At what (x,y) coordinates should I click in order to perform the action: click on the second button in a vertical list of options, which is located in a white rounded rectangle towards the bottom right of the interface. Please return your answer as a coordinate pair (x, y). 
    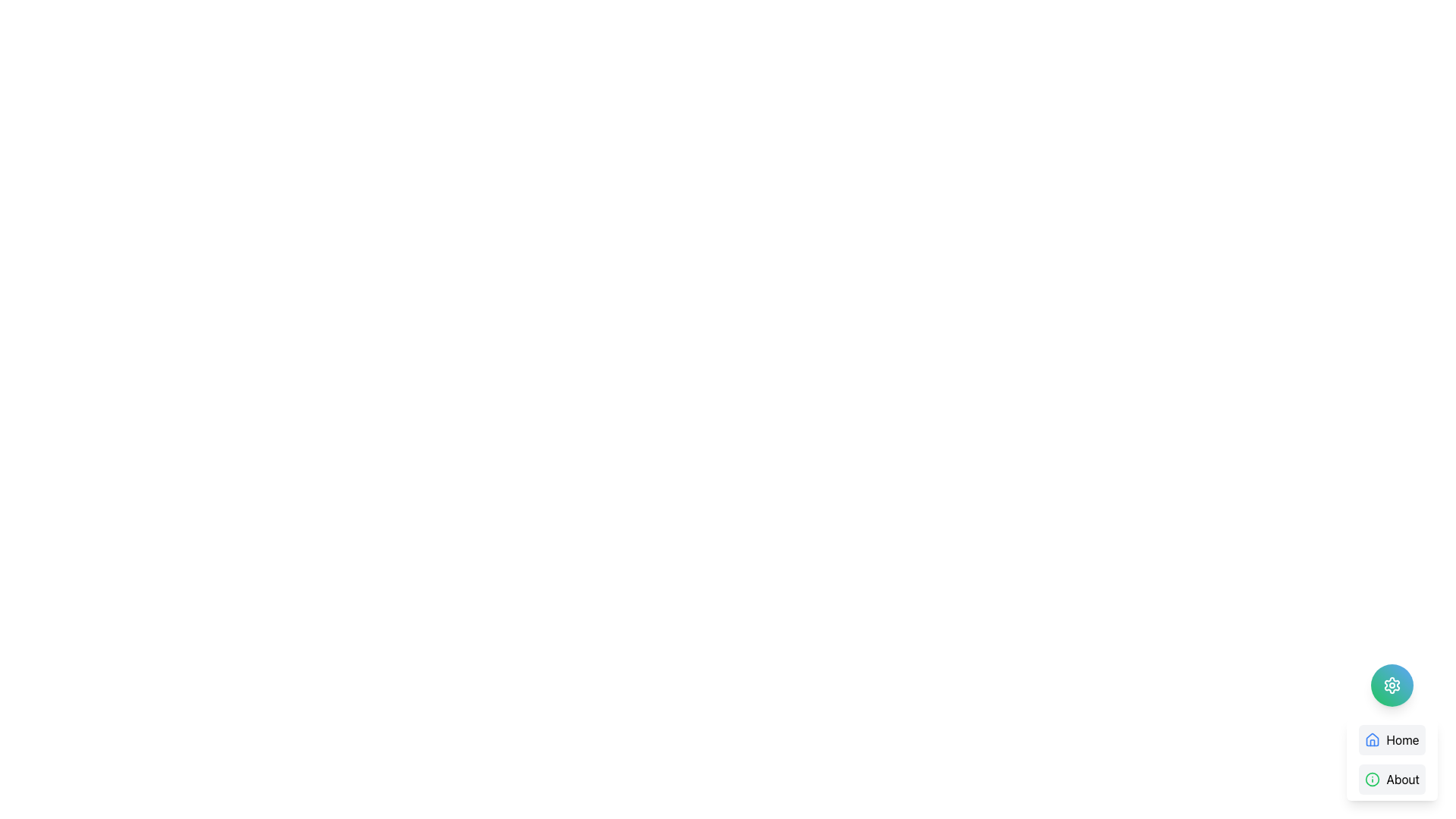
    Looking at the image, I should click on (1392, 780).